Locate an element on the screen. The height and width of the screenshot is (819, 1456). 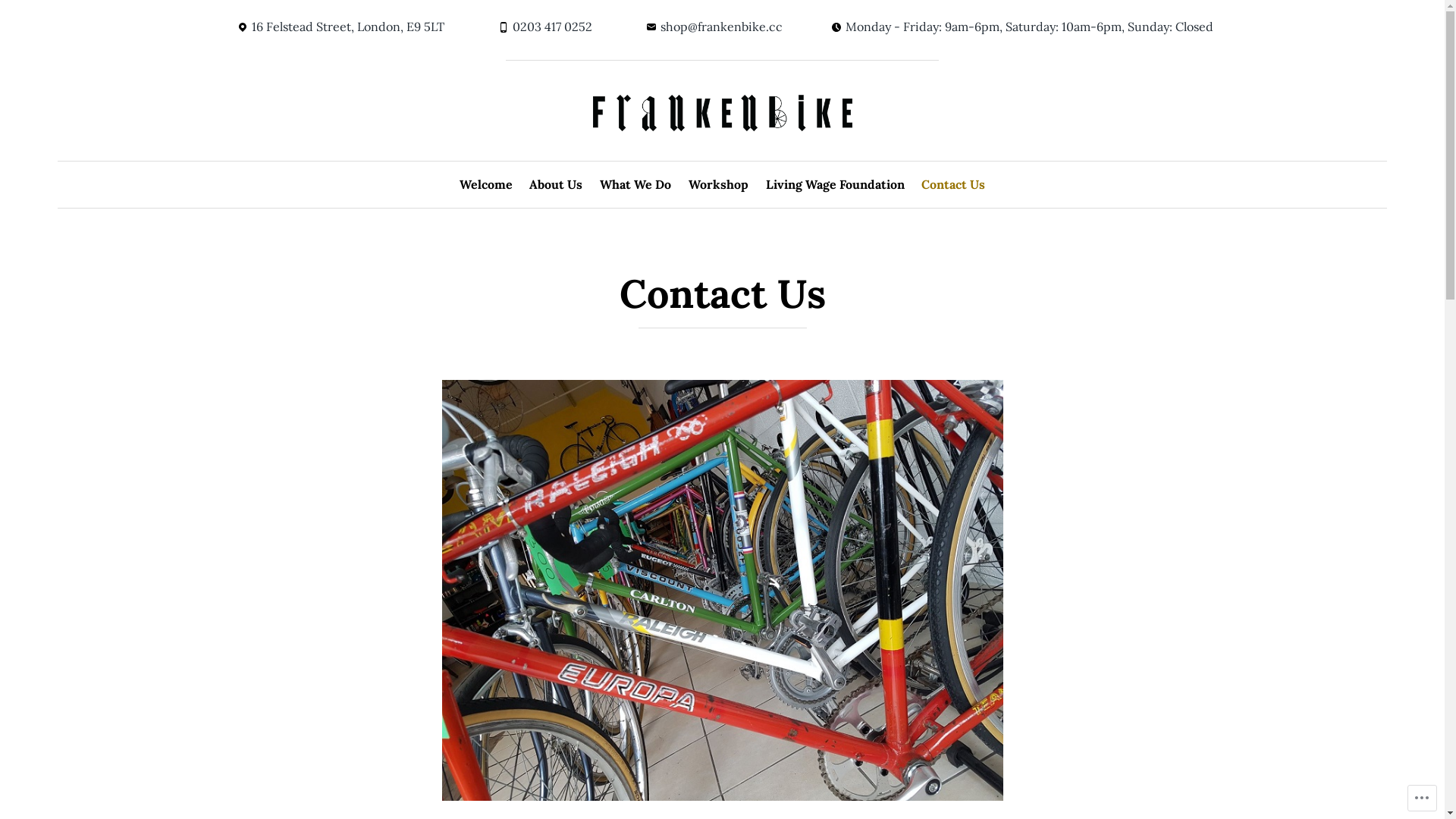
'0203 417 0252' is located at coordinates (491, 27).